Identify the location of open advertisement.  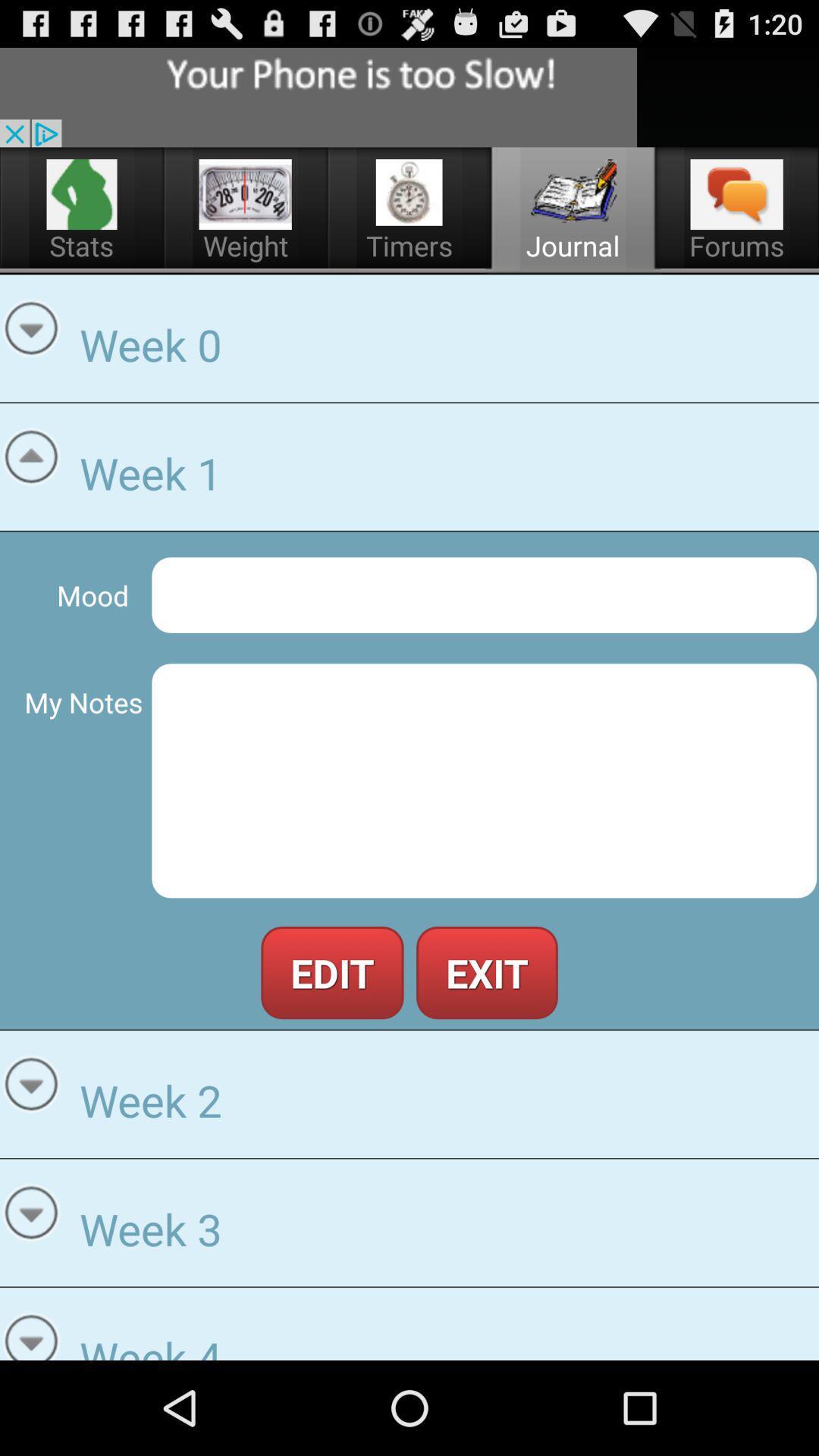
(318, 96).